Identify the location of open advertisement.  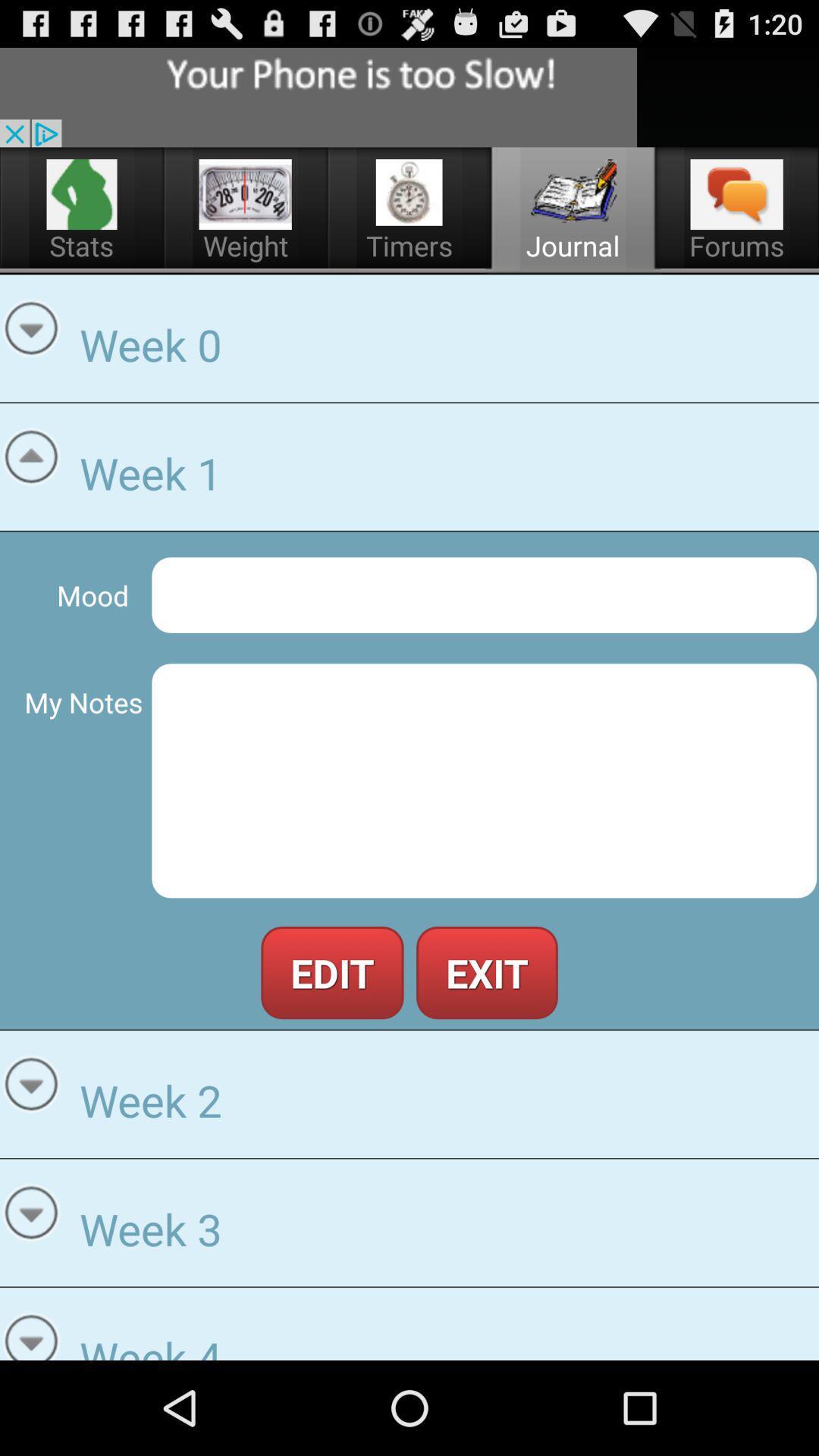
(318, 96).